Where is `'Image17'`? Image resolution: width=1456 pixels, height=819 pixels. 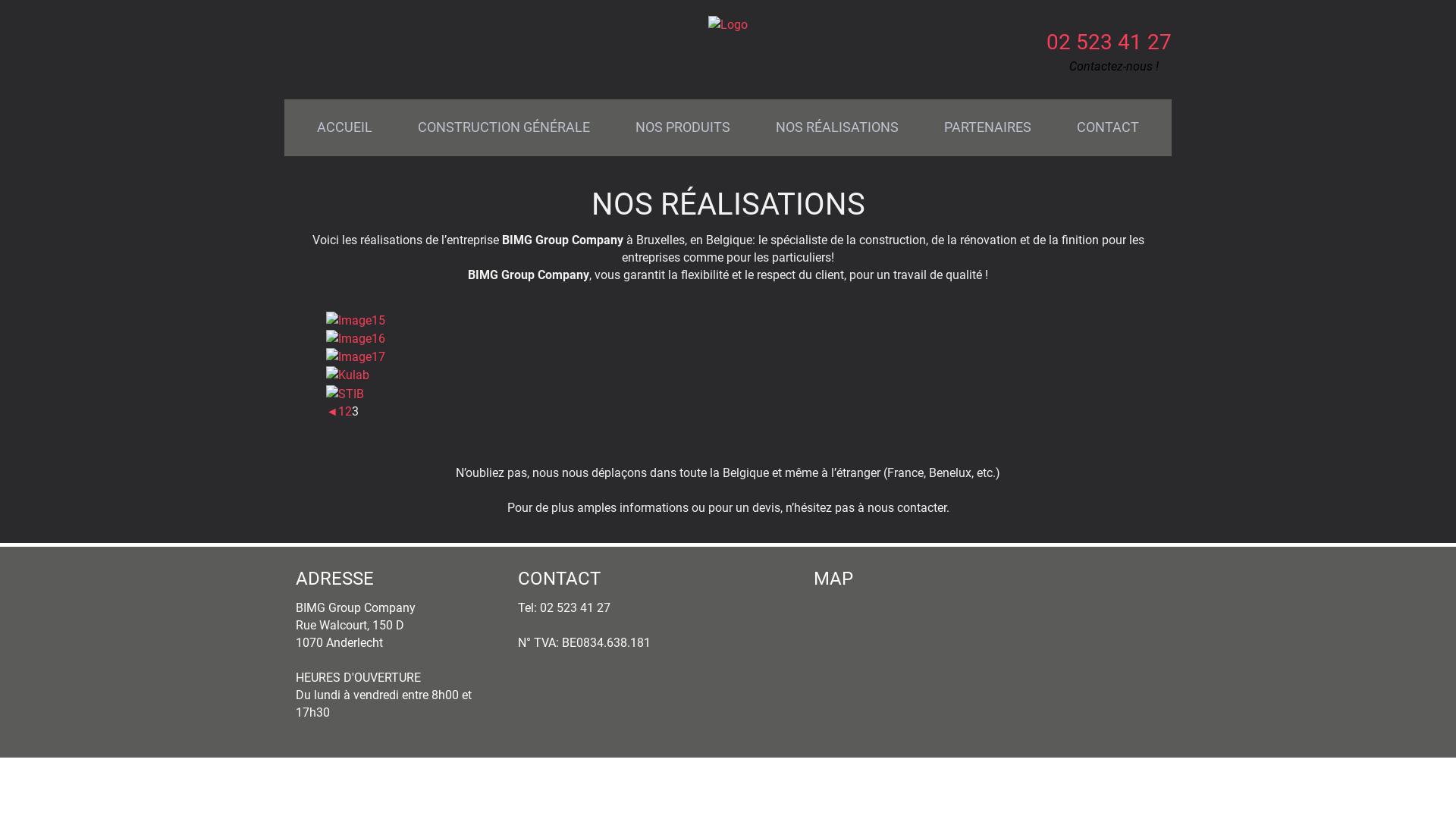 'Image17' is located at coordinates (355, 356).